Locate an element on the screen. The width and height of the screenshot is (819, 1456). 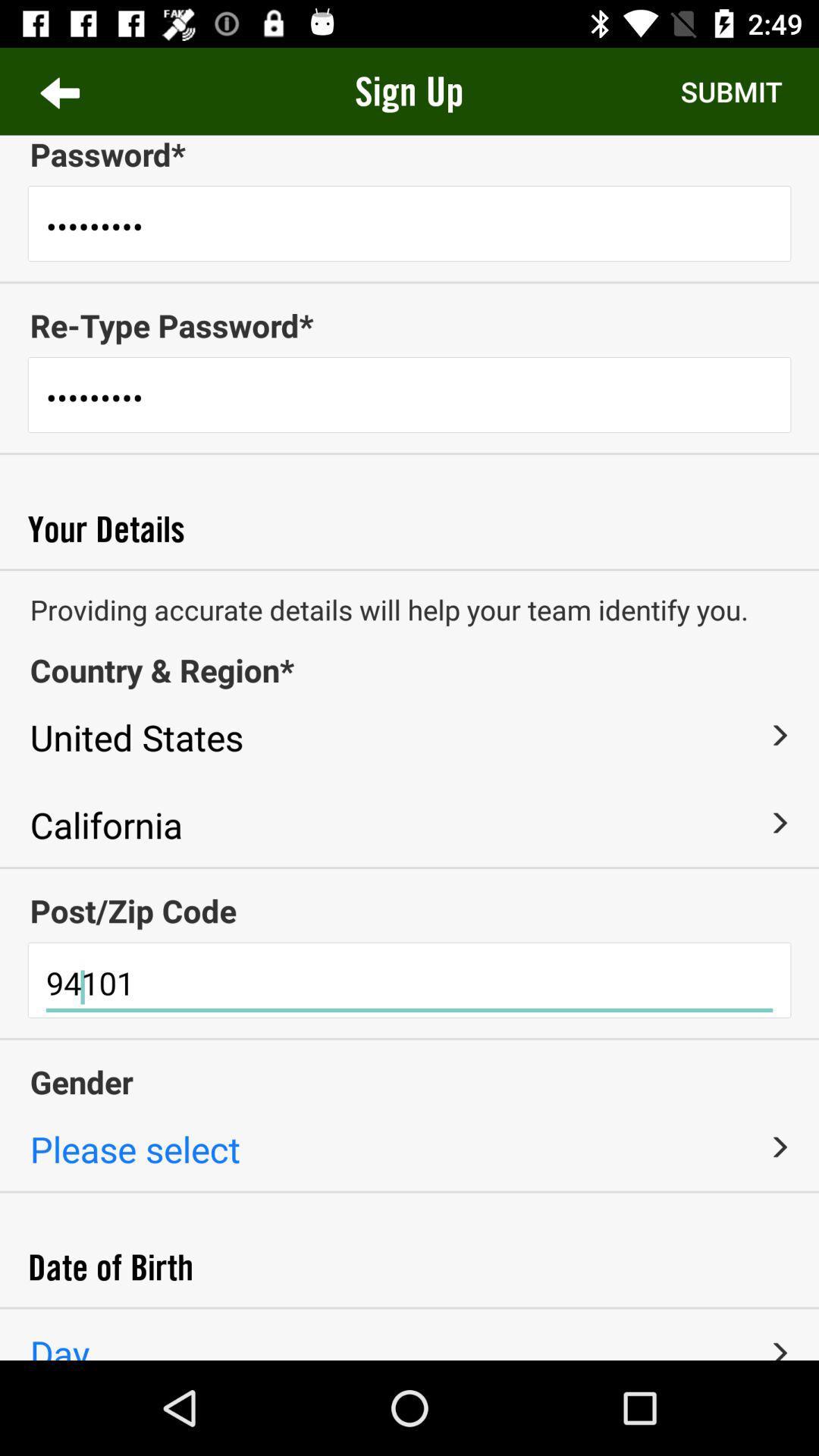
post/zip code item is located at coordinates (409, 910).